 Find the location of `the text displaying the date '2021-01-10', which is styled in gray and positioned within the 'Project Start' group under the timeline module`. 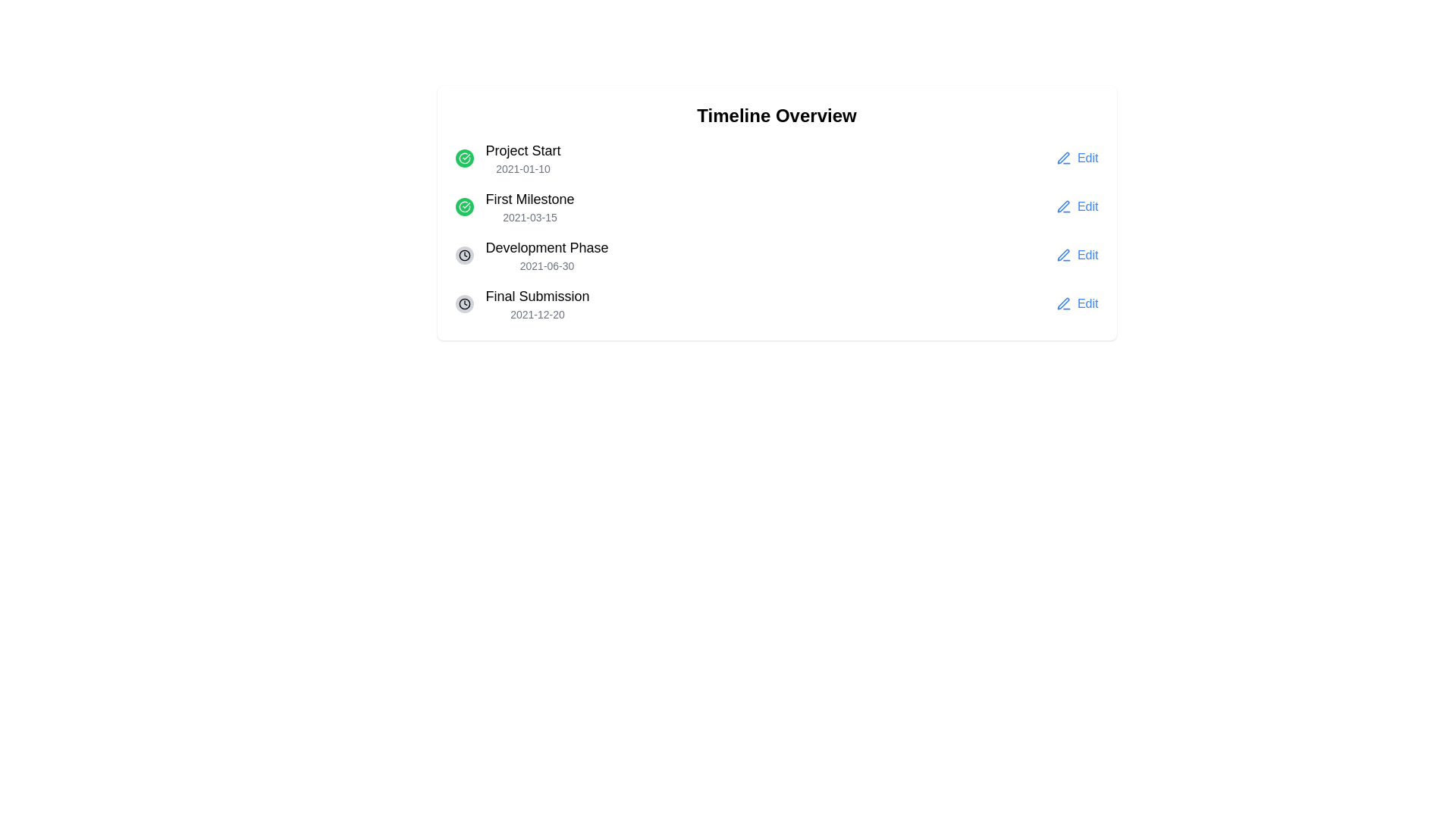

the text displaying the date '2021-01-10', which is styled in gray and positioned within the 'Project Start' group under the timeline module is located at coordinates (523, 169).